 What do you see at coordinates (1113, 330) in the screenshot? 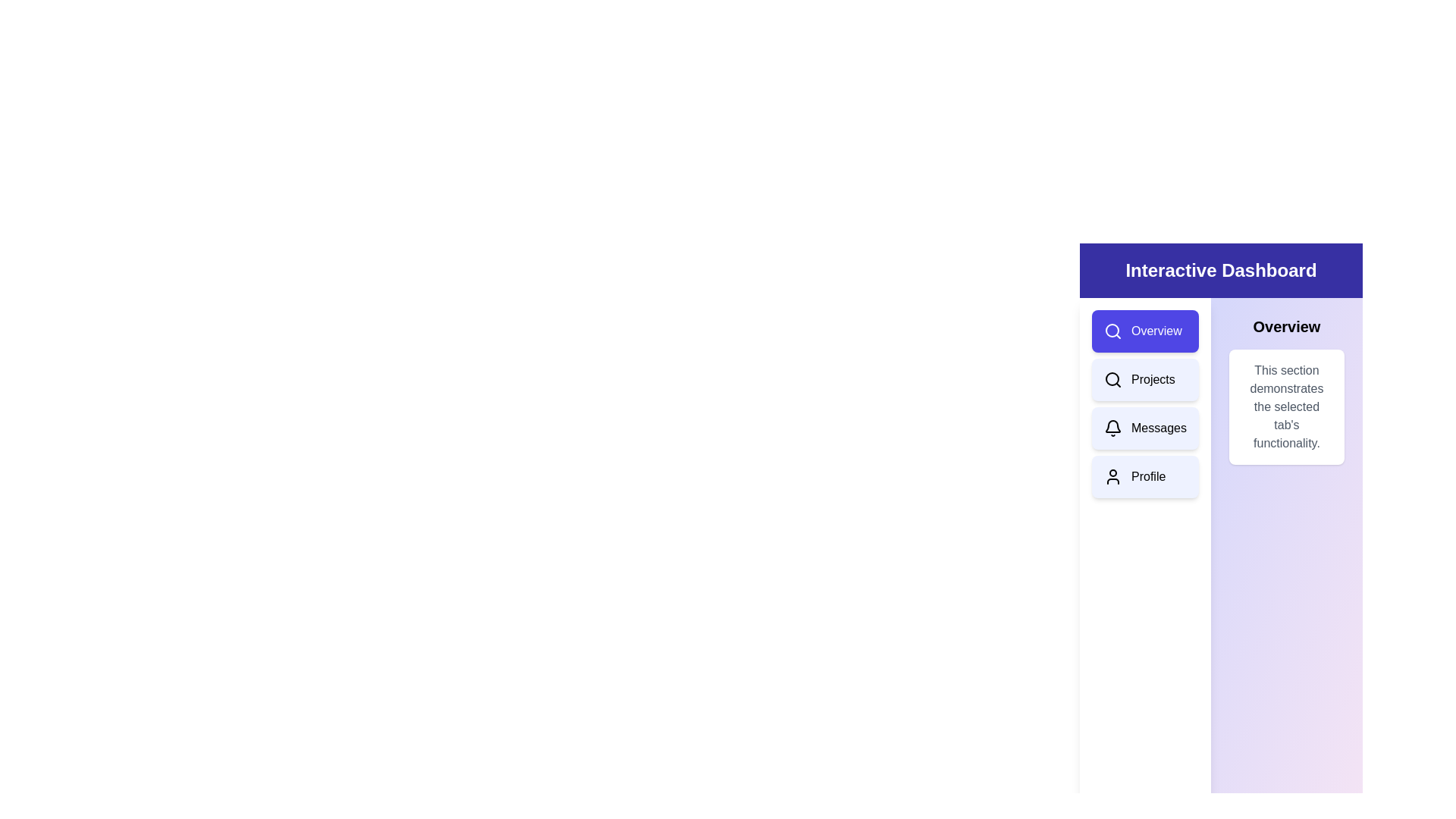
I see `the search icon located in the sidebar menu, which is the first icon in a vertically aligned list of menu items next to the text 'Overview'` at bounding box center [1113, 330].